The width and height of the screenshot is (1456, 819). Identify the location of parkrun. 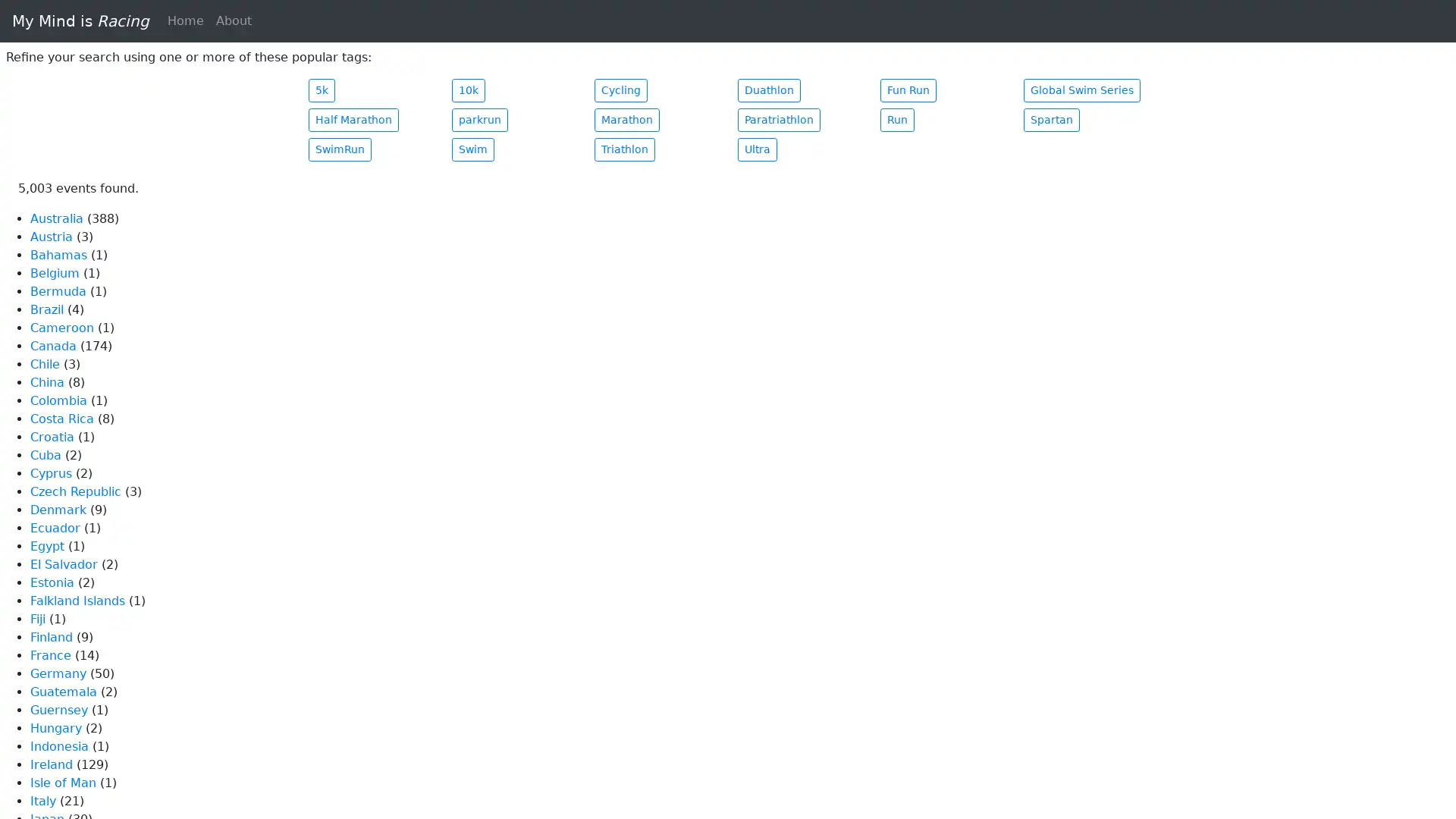
(479, 119).